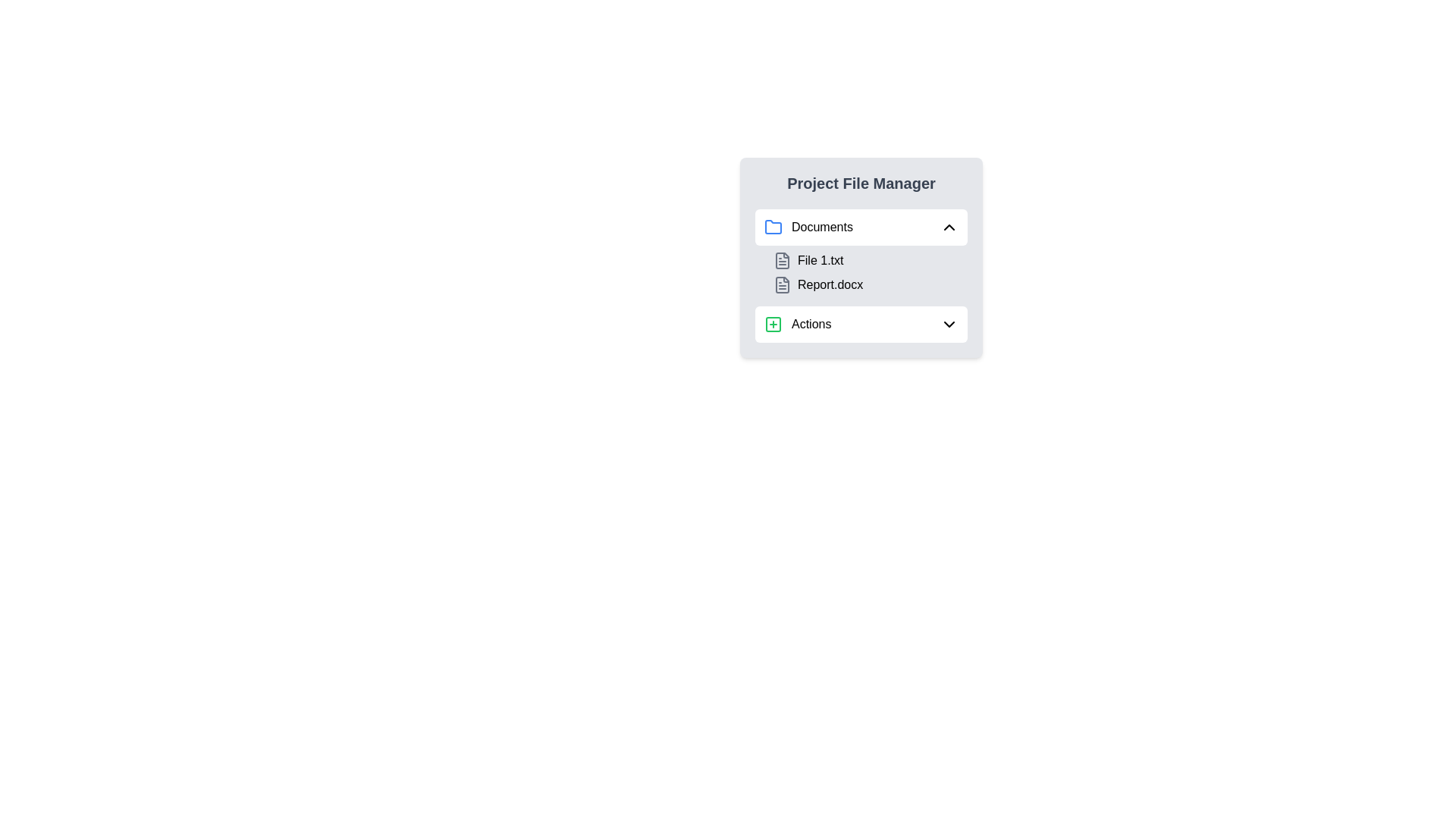 The height and width of the screenshot is (819, 1456). Describe the element at coordinates (773, 324) in the screenshot. I see `the button icon located to the left of the 'Actions' label in the bottom section of the 'Project File Manager' card` at that location.